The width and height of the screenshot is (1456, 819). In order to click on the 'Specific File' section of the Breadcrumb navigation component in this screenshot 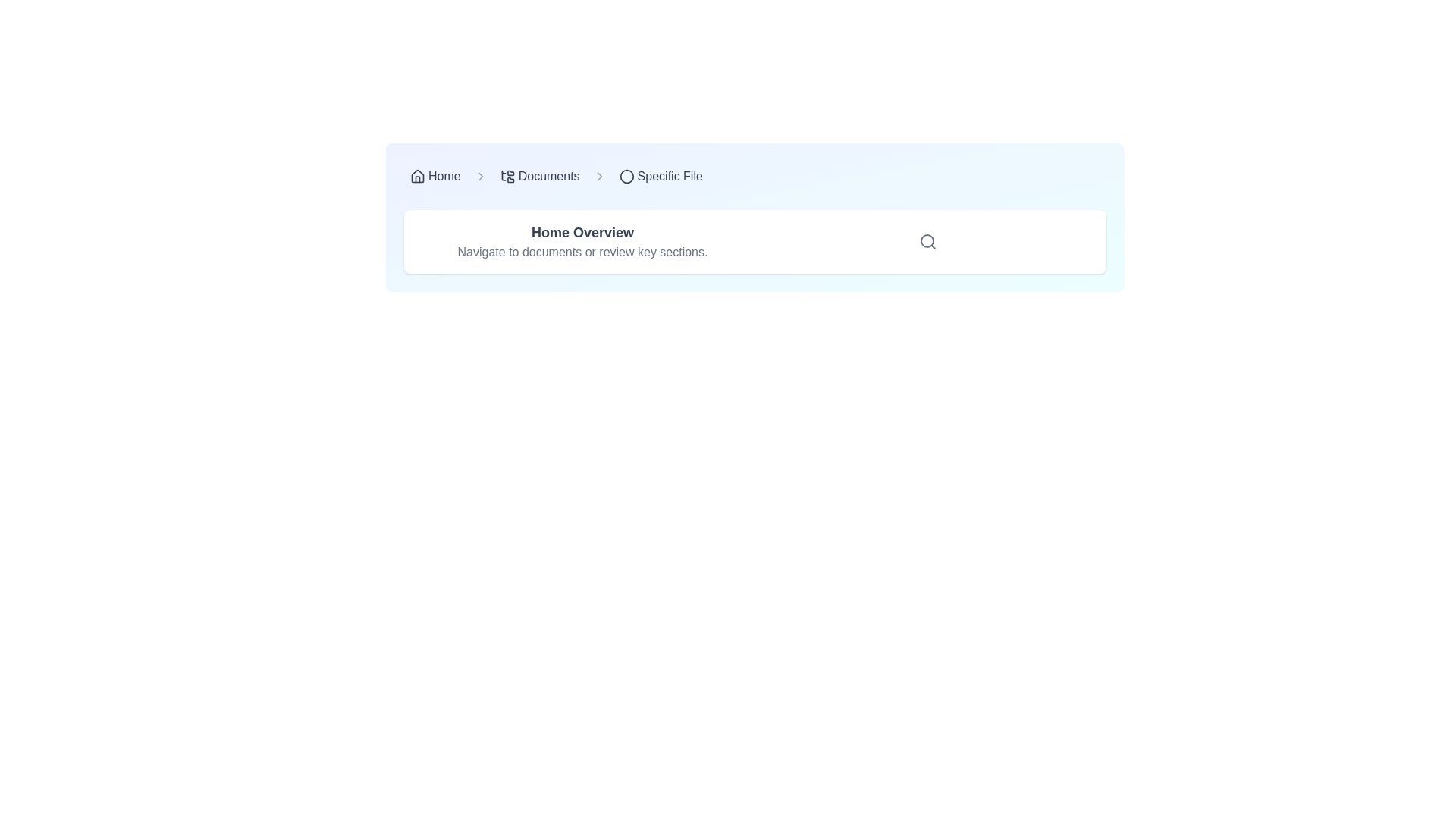, I will do `click(755, 175)`.